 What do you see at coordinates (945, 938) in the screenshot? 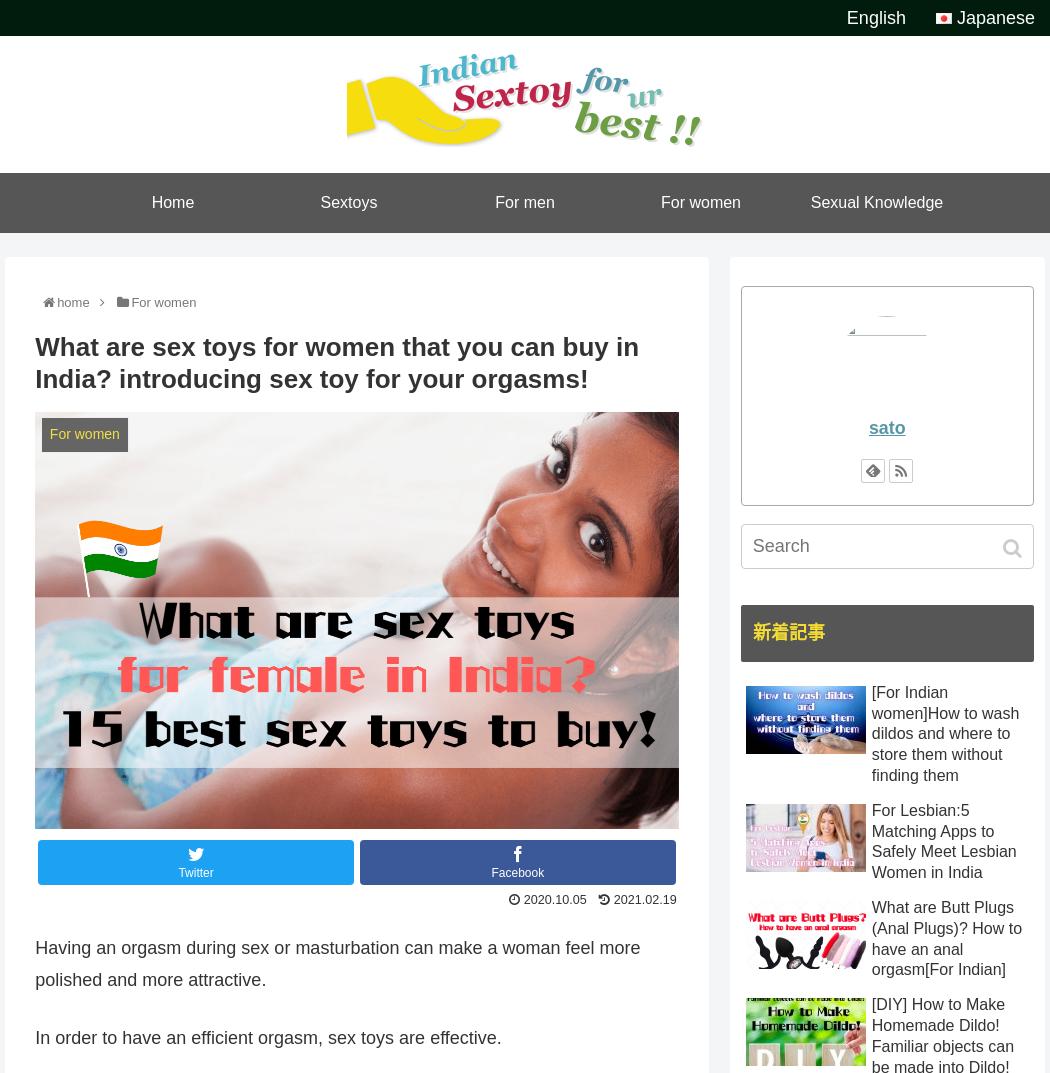
I see `'What are Butt Plugs (Anal Plugs)? How to have an anal orgasm[For Indian]'` at bounding box center [945, 938].